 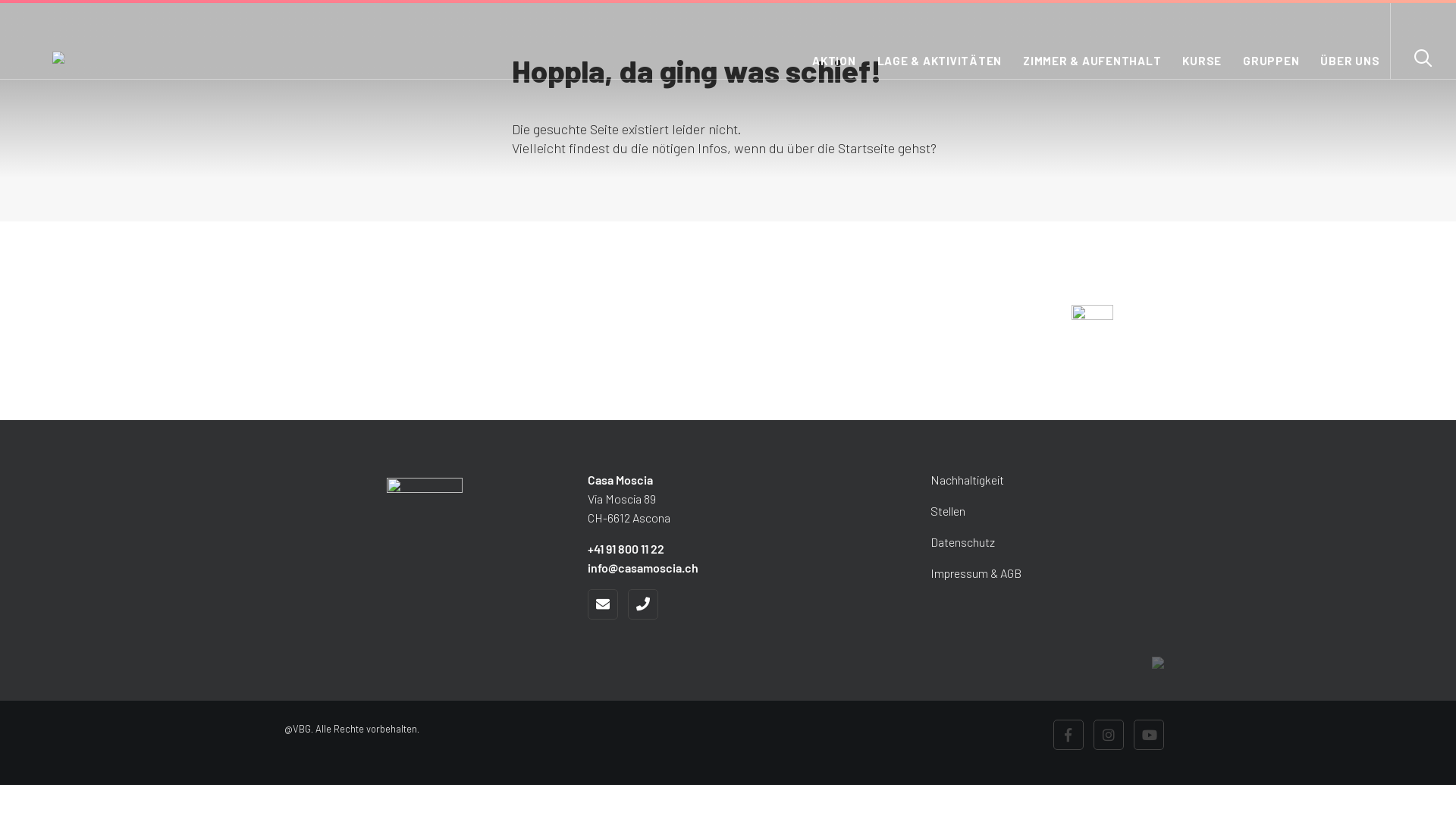 I want to click on 'JETZT ENTDECKEN', so click(x=960, y=326).